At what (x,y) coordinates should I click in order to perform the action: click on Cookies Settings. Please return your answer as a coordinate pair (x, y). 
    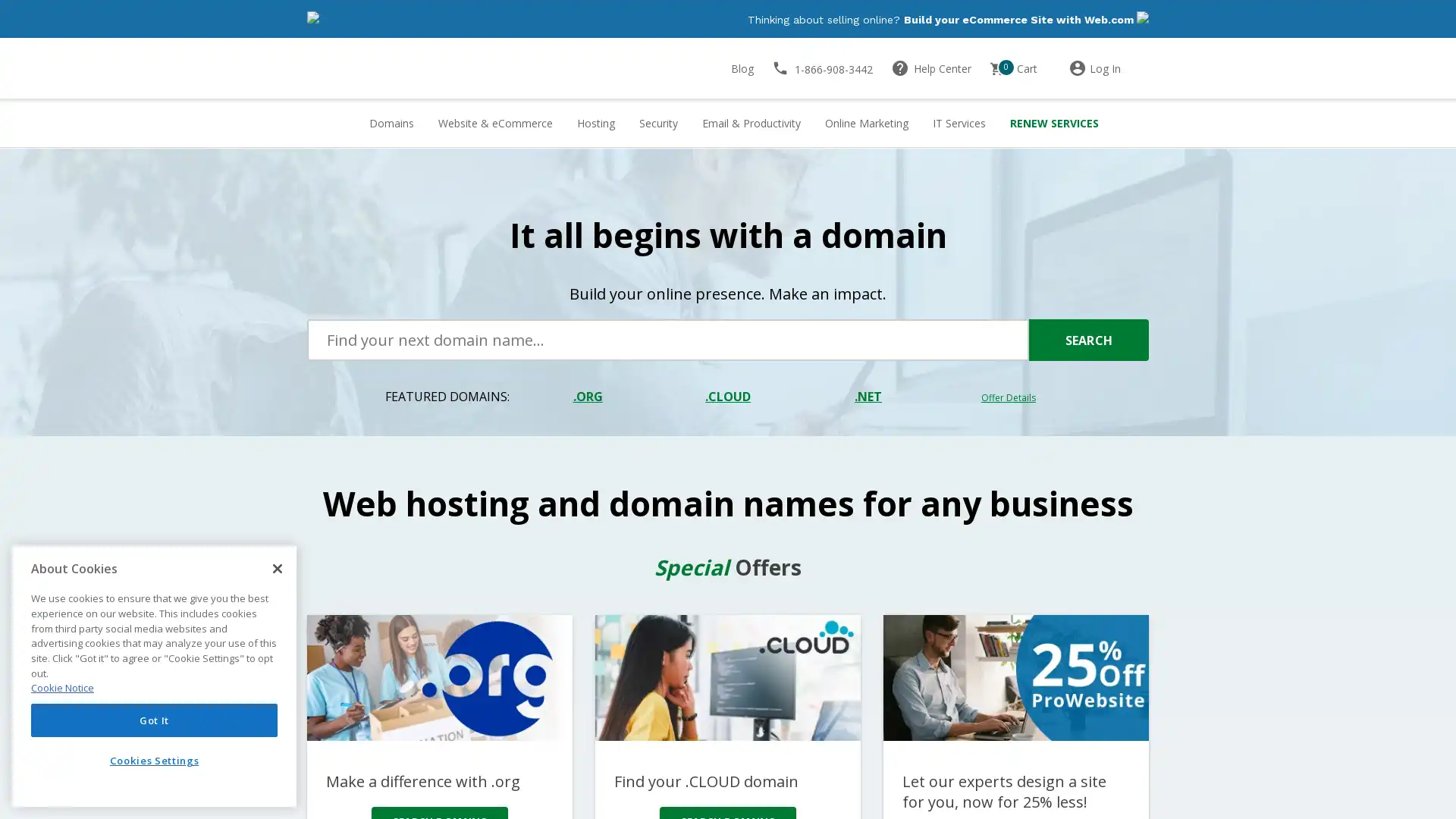
    Looking at the image, I should click on (154, 760).